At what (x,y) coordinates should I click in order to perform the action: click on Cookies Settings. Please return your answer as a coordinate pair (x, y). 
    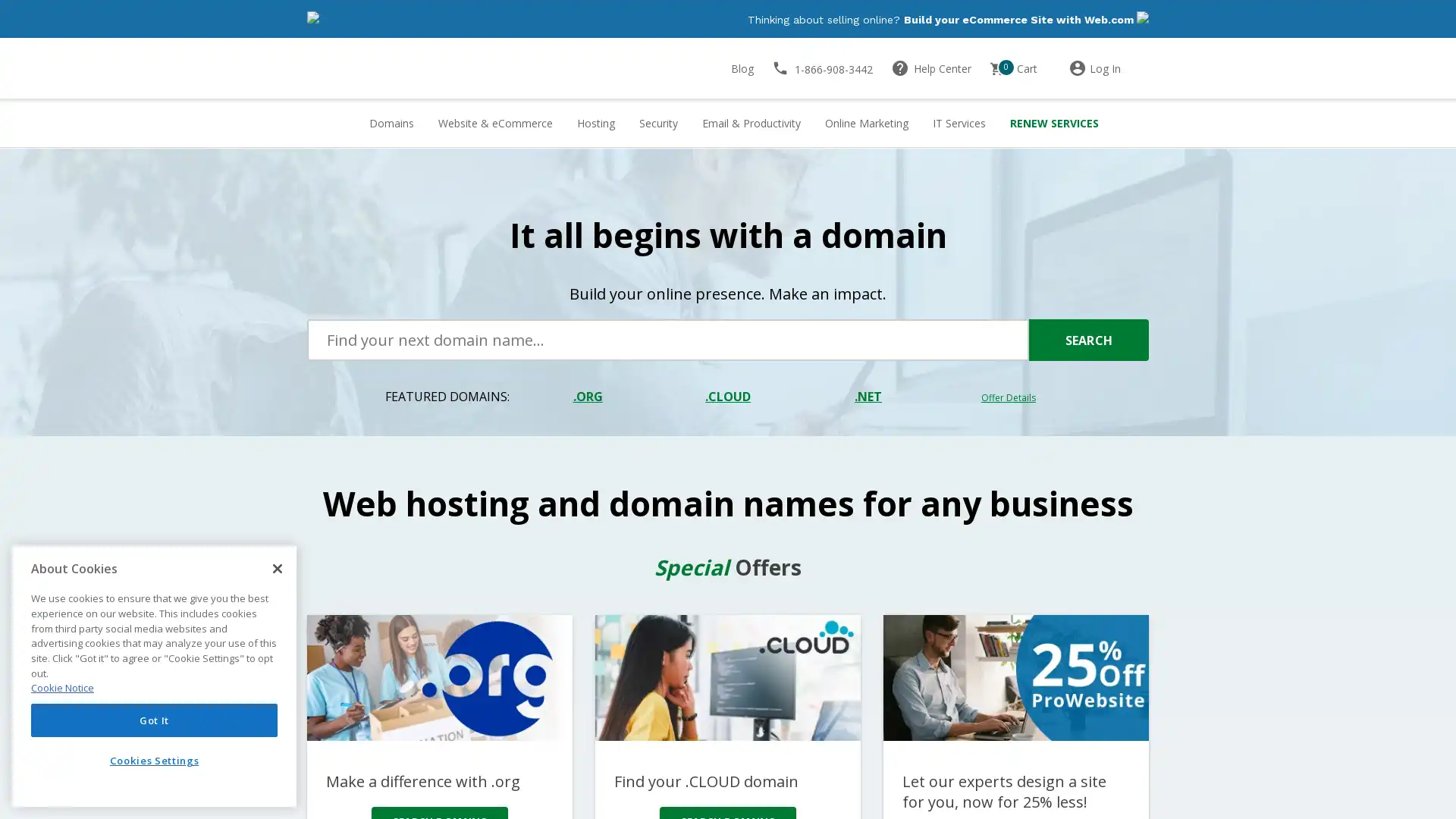
    Looking at the image, I should click on (154, 760).